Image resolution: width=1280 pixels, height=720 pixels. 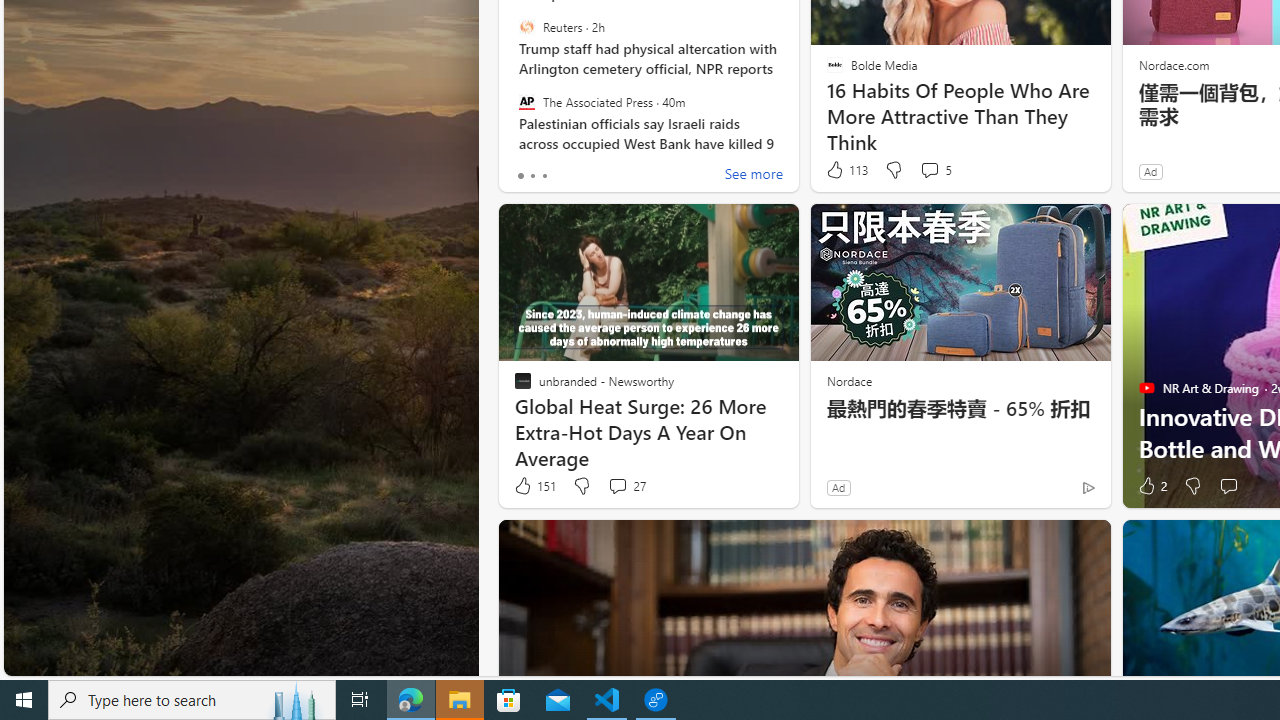 What do you see at coordinates (534, 486) in the screenshot?
I see `'151 Like'` at bounding box center [534, 486].